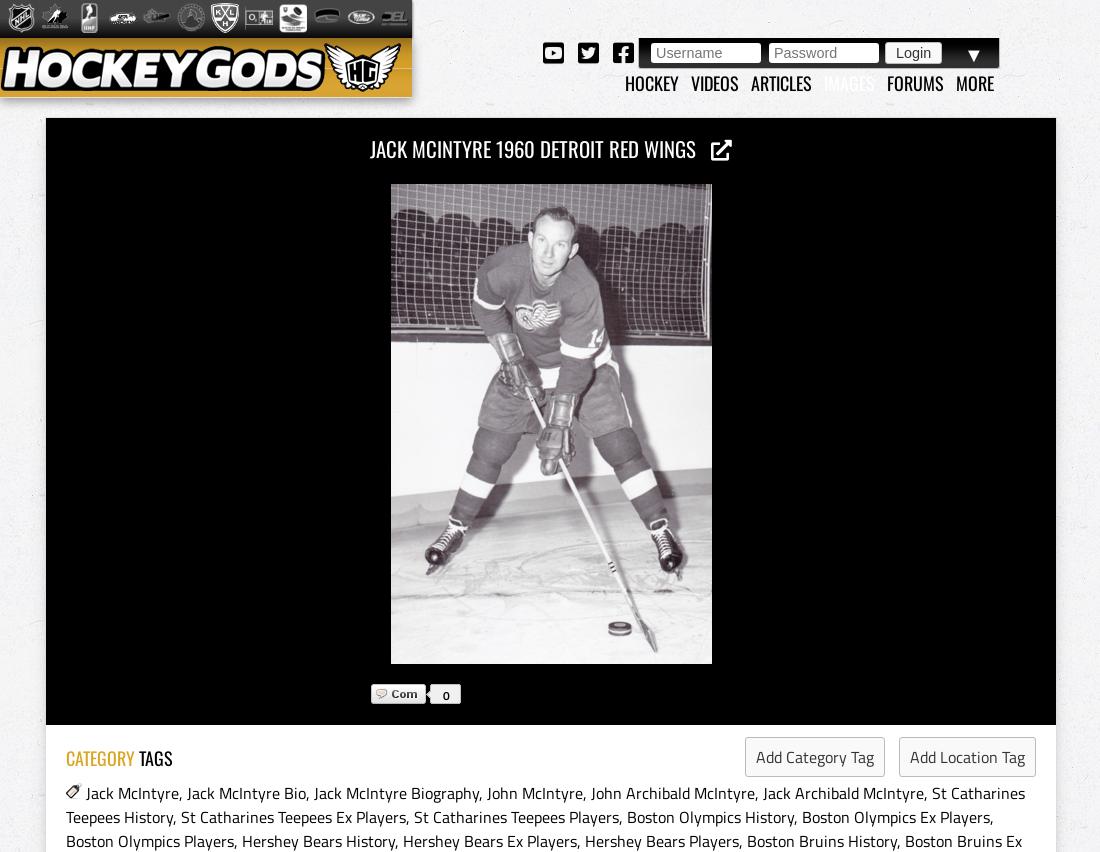  I want to click on 'More', so click(974, 81).